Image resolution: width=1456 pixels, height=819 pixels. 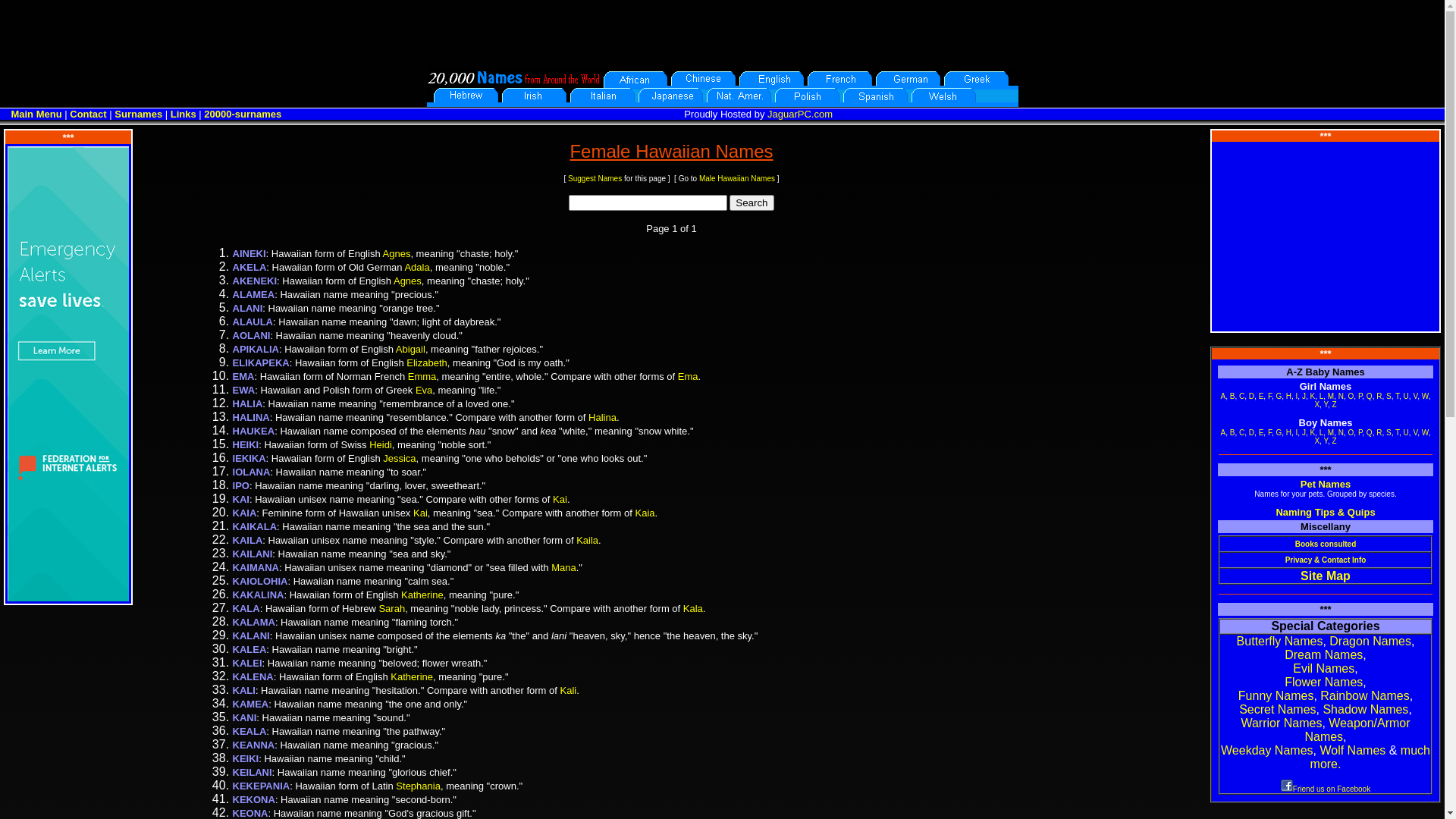 What do you see at coordinates (1223, 395) in the screenshot?
I see `'A'` at bounding box center [1223, 395].